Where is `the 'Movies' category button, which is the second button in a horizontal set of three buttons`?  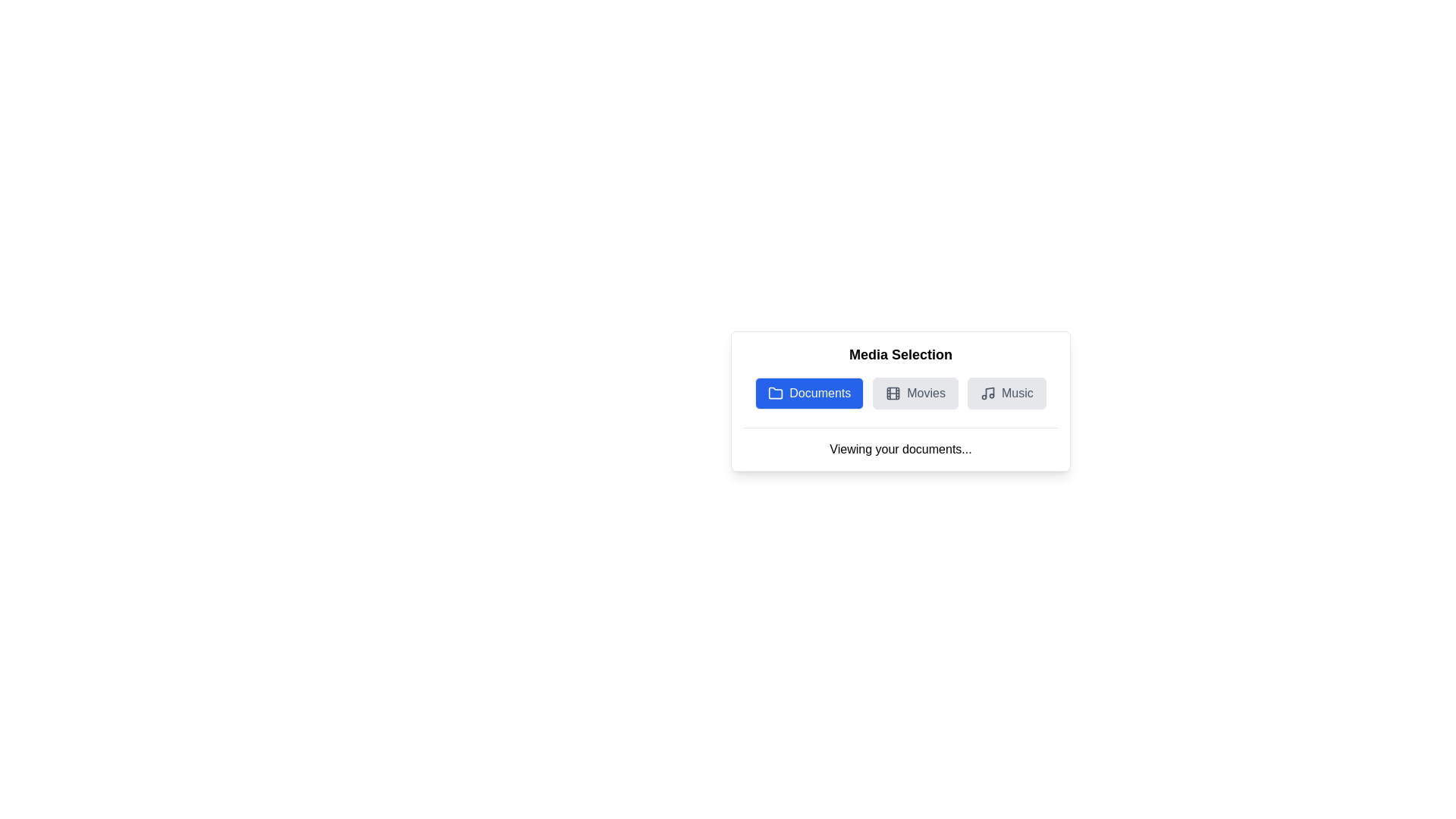 the 'Movies' category button, which is the second button in a horizontal set of three buttons is located at coordinates (915, 393).